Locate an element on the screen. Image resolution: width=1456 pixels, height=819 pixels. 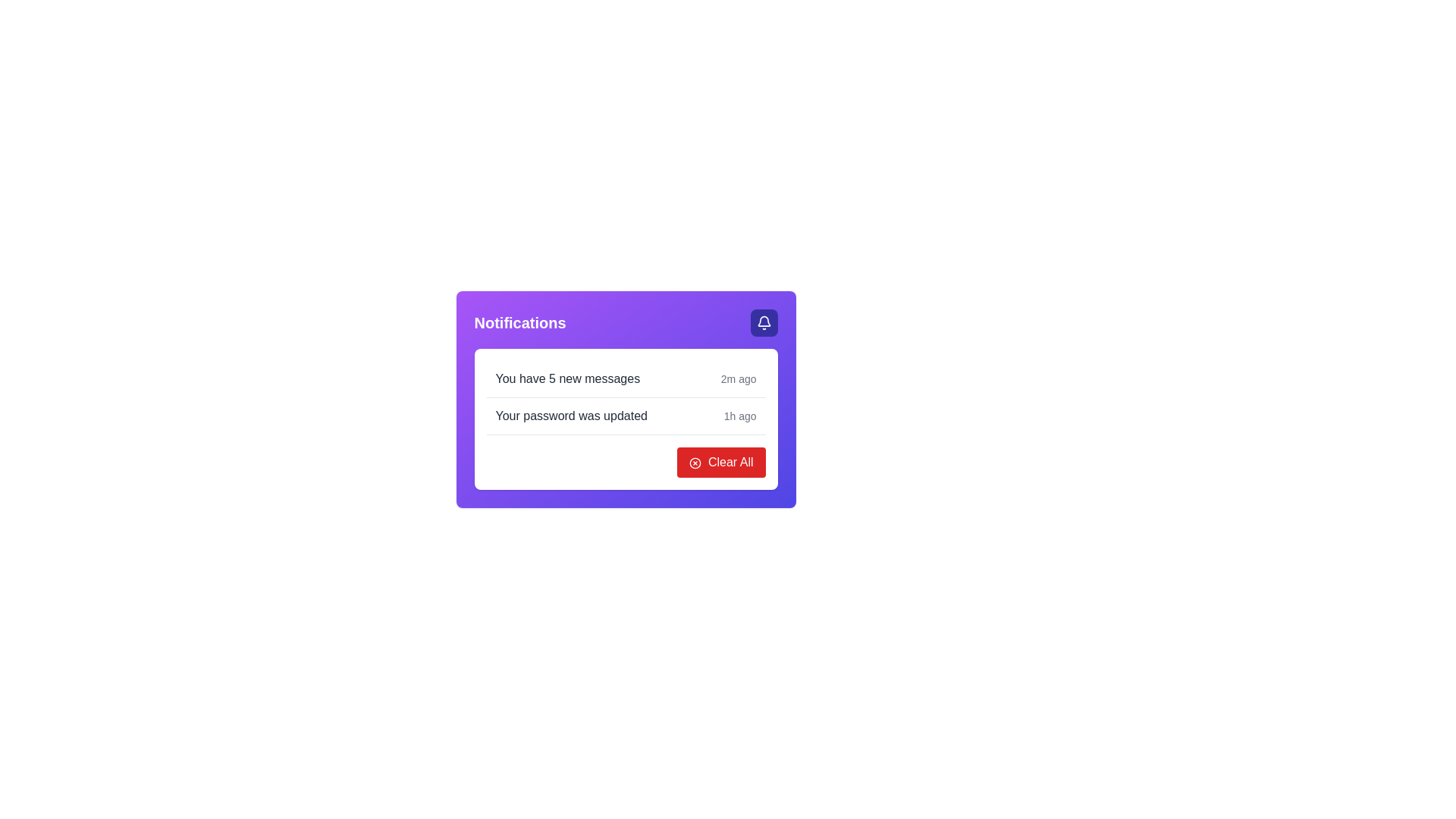
the right-aligned text label that indicates the timestamp of the associated event within the notification card component is located at coordinates (739, 378).